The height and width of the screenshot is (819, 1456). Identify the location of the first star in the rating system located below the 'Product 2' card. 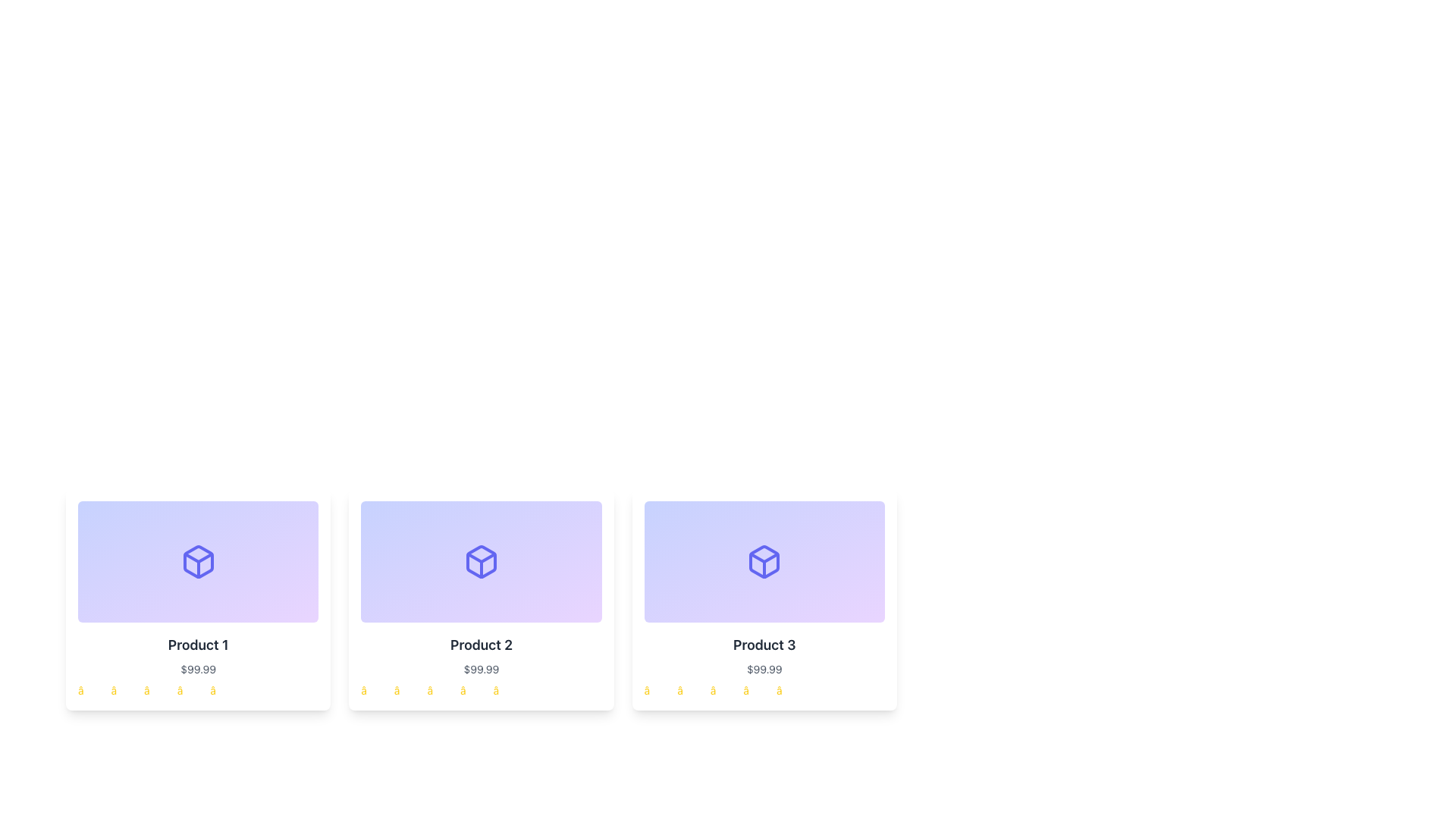
(375, 690).